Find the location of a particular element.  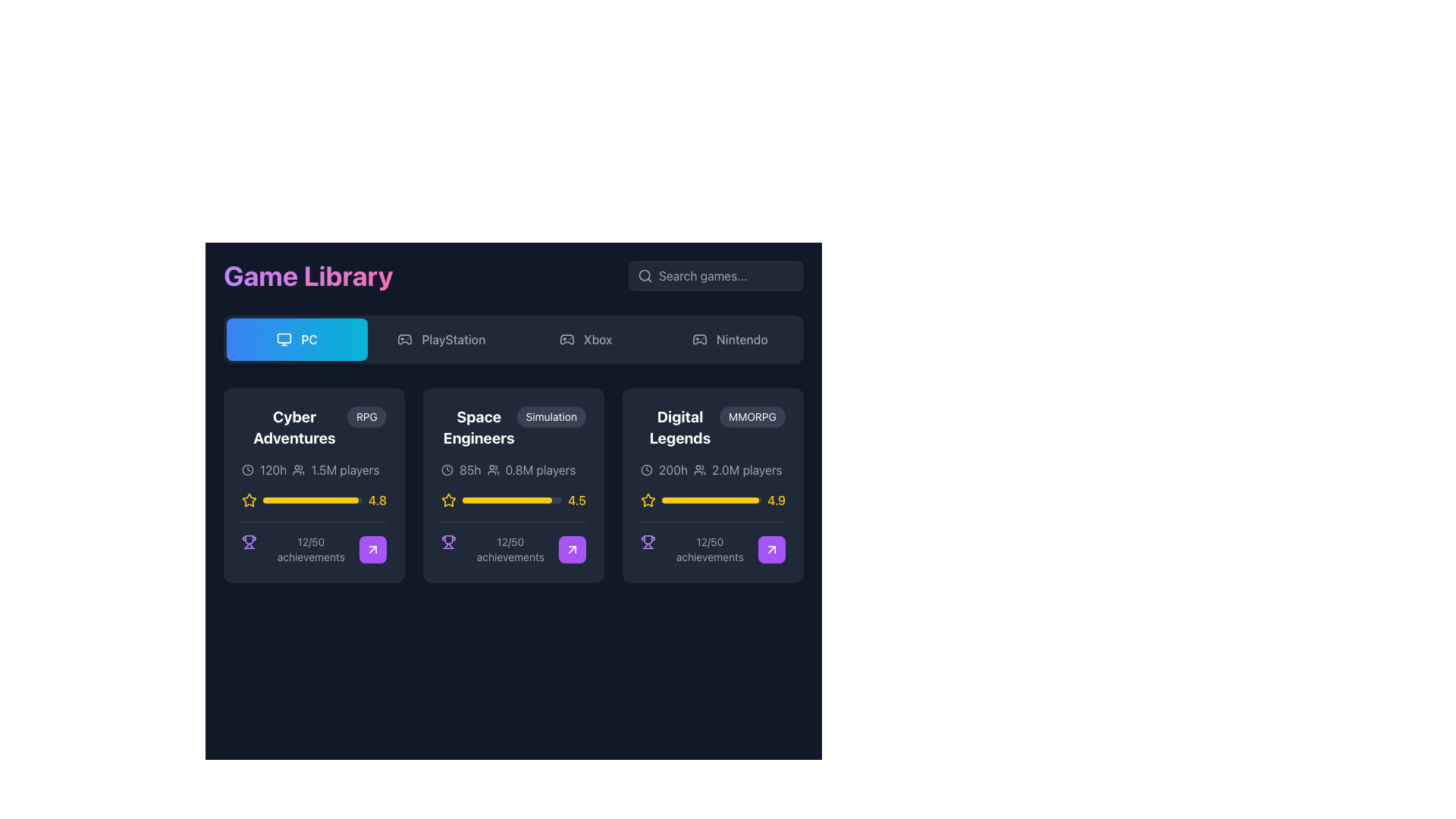

the rating icon located to the left of the text displaying '4.5' in the 'Space Engineers' section is located at coordinates (447, 500).